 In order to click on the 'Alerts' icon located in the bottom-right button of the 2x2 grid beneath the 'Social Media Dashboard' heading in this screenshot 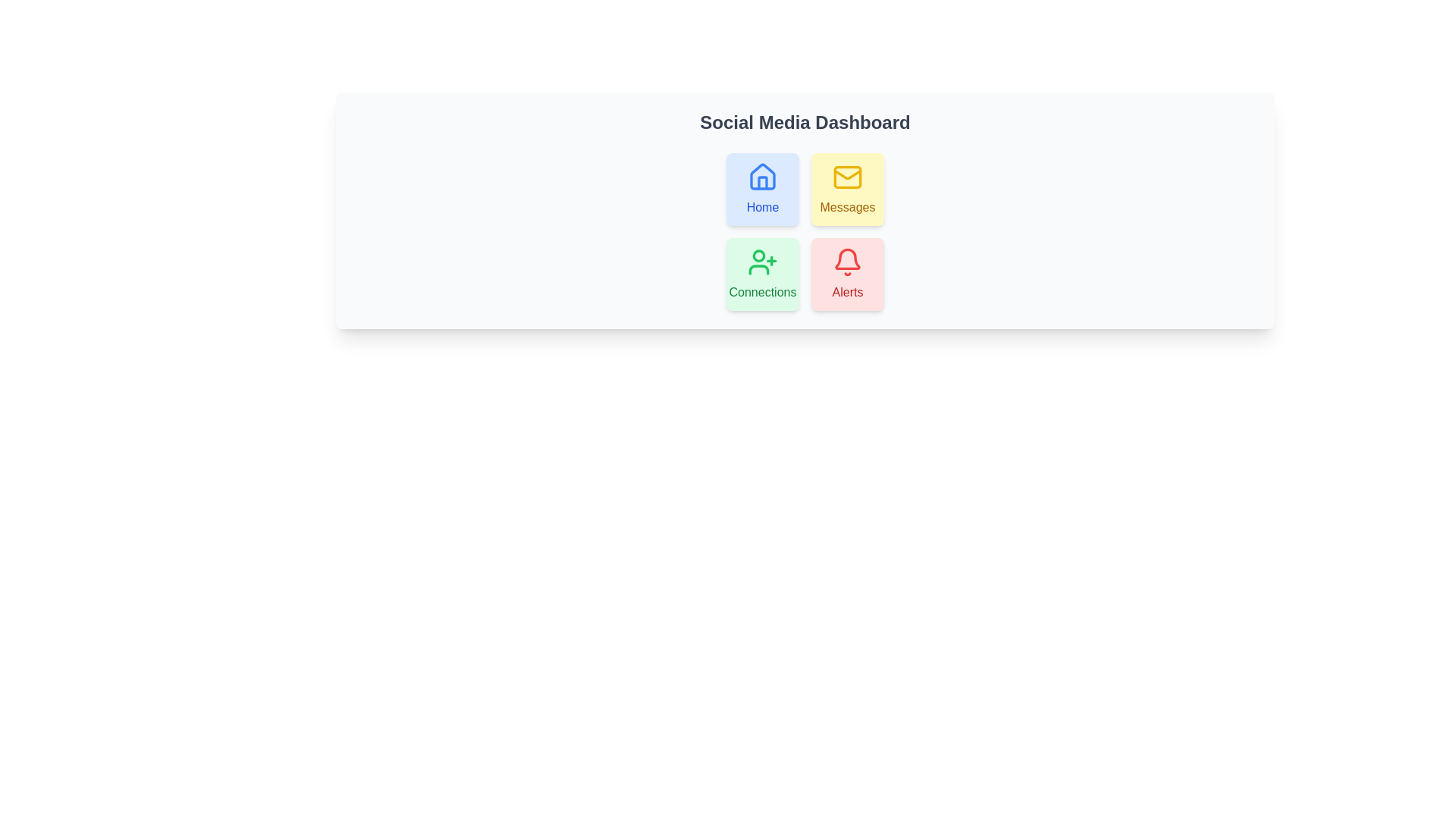, I will do `click(847, 262)`.